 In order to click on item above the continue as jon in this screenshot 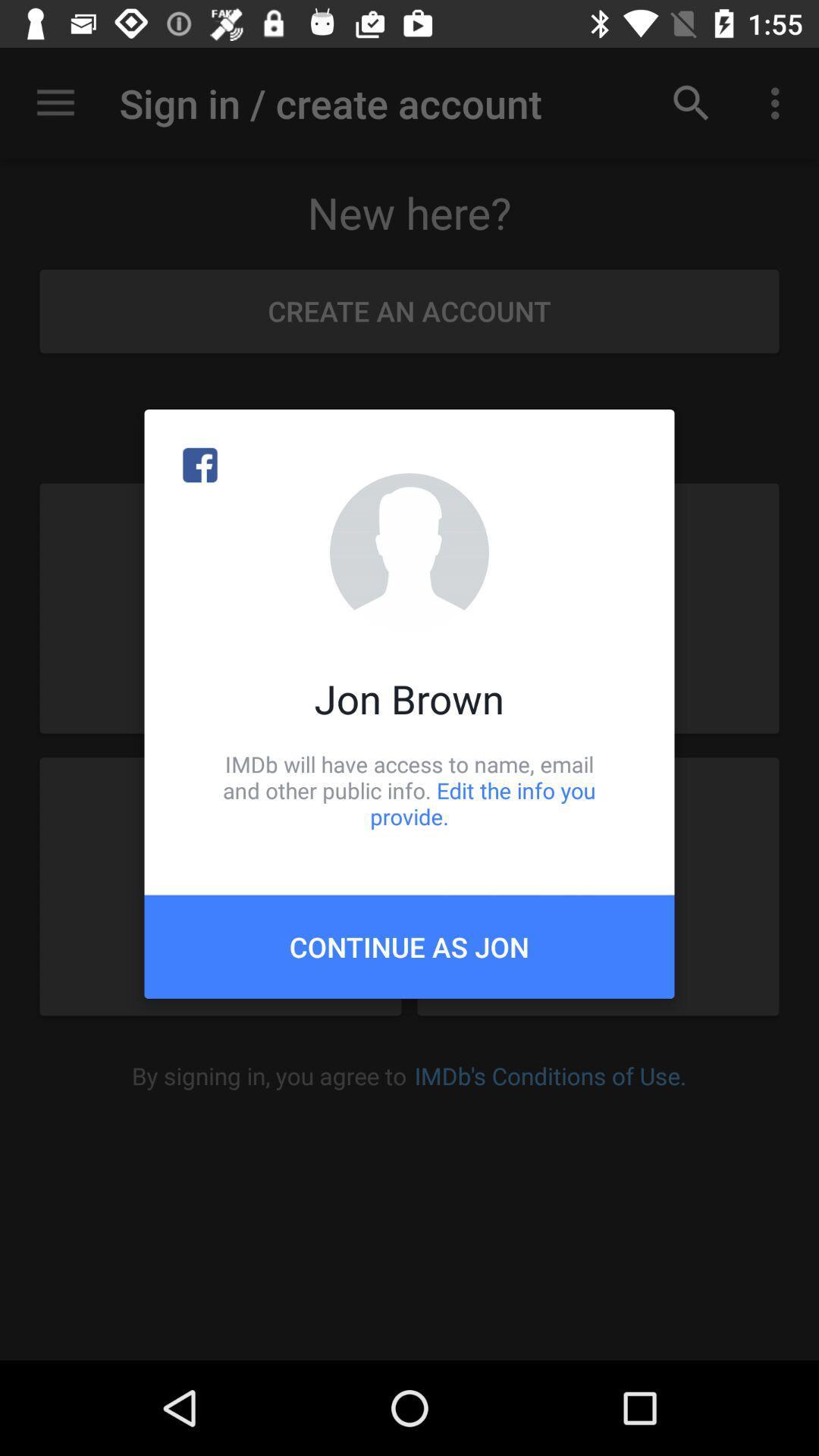, I will do `click(409, 789)`.